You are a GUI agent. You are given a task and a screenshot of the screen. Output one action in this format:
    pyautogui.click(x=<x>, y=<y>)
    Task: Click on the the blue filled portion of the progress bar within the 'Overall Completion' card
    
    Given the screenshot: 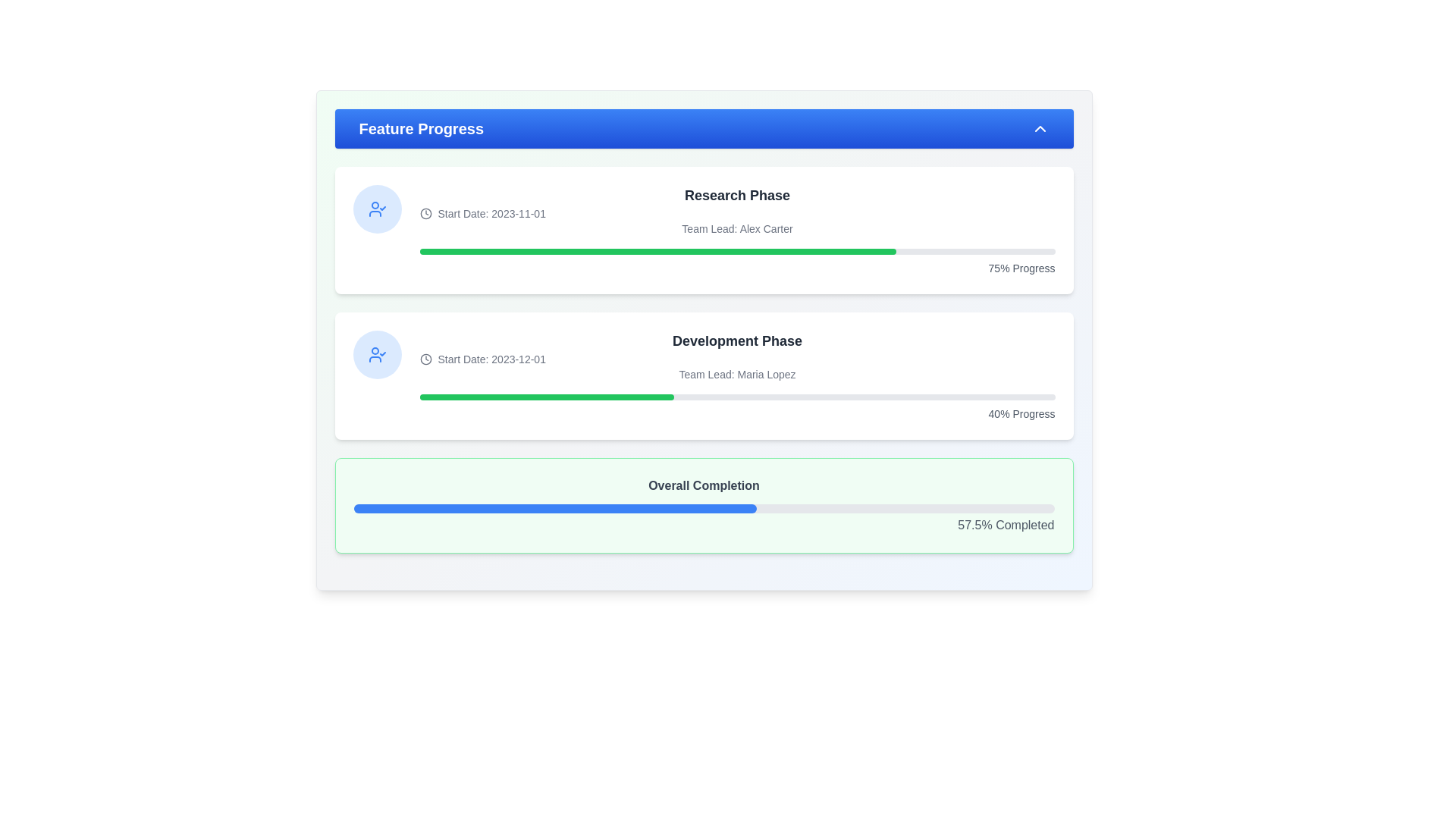 What is the action you would take?
    pyautogui.click(x=554, y=509)
    